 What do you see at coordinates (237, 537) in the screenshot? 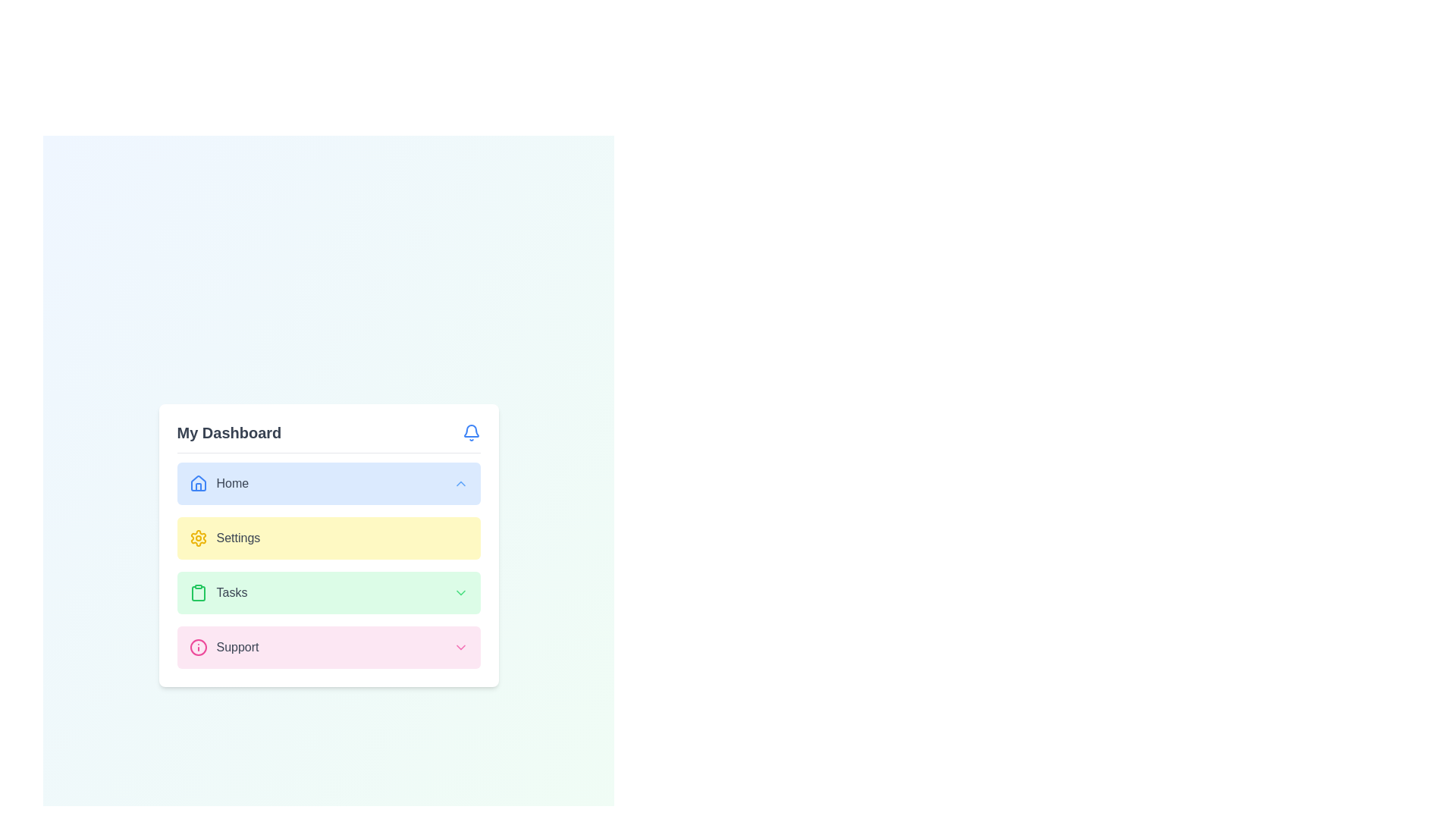
I see `the settings label, which is the second item in a list next to the yellow gear icon, guiding users to configuration options` at bounding box center [237, 537].